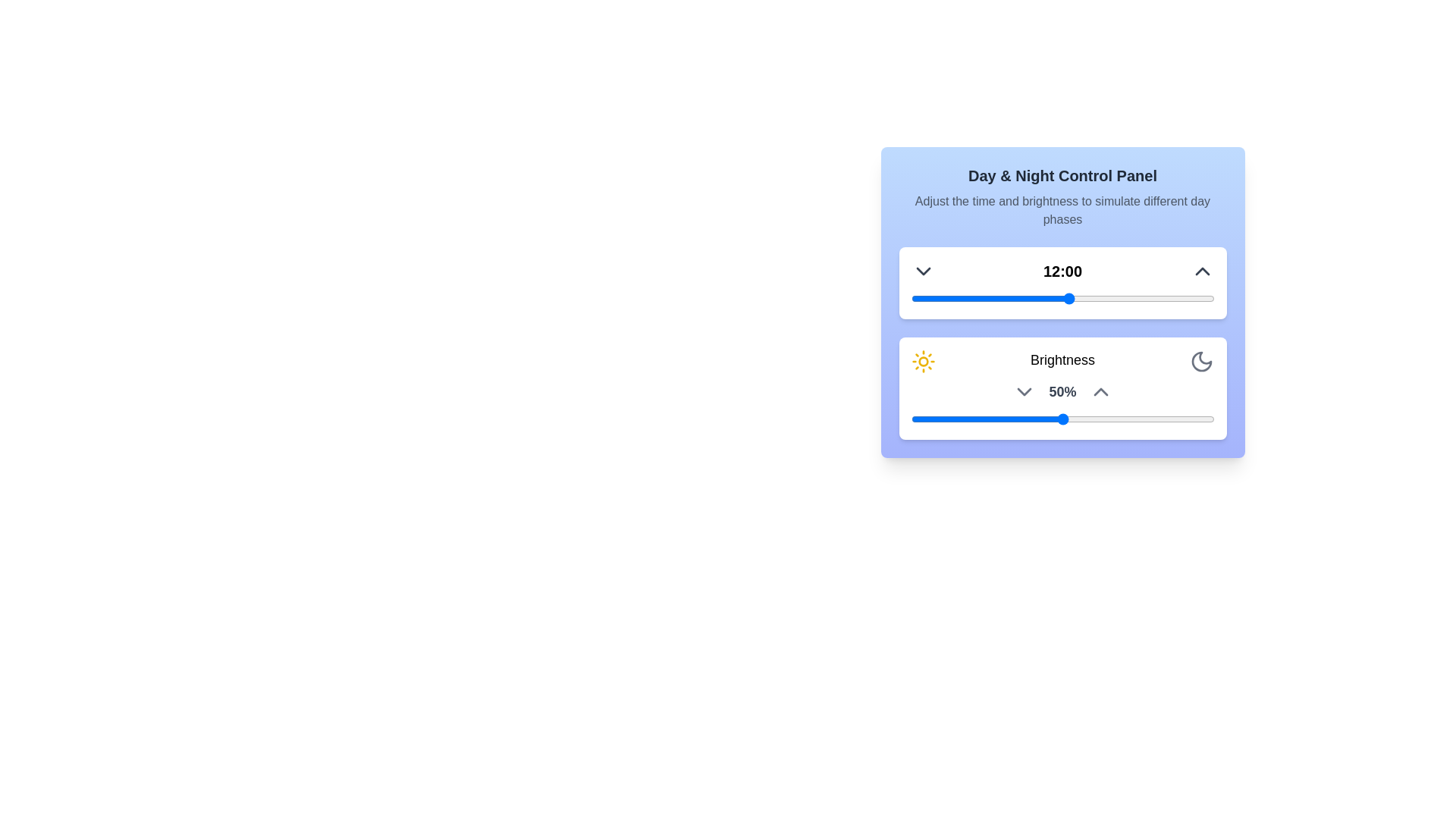 The width and height of the screenshot is (1456, 819). Describe the element at coordinates (910, 419) in the screenshot. I see `brightness` at that location.